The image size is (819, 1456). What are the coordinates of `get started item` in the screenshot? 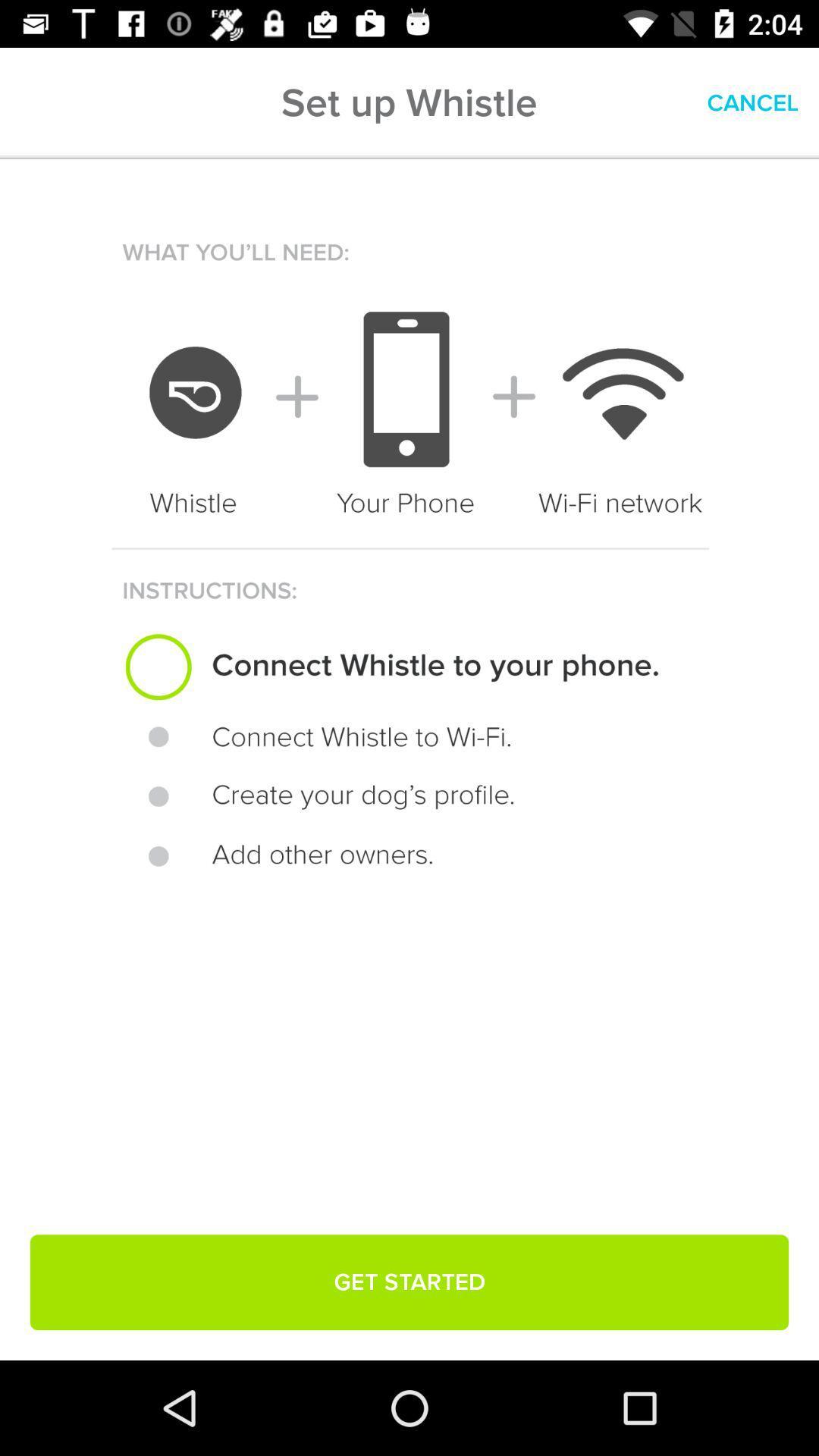 It's located at (409, 1282).